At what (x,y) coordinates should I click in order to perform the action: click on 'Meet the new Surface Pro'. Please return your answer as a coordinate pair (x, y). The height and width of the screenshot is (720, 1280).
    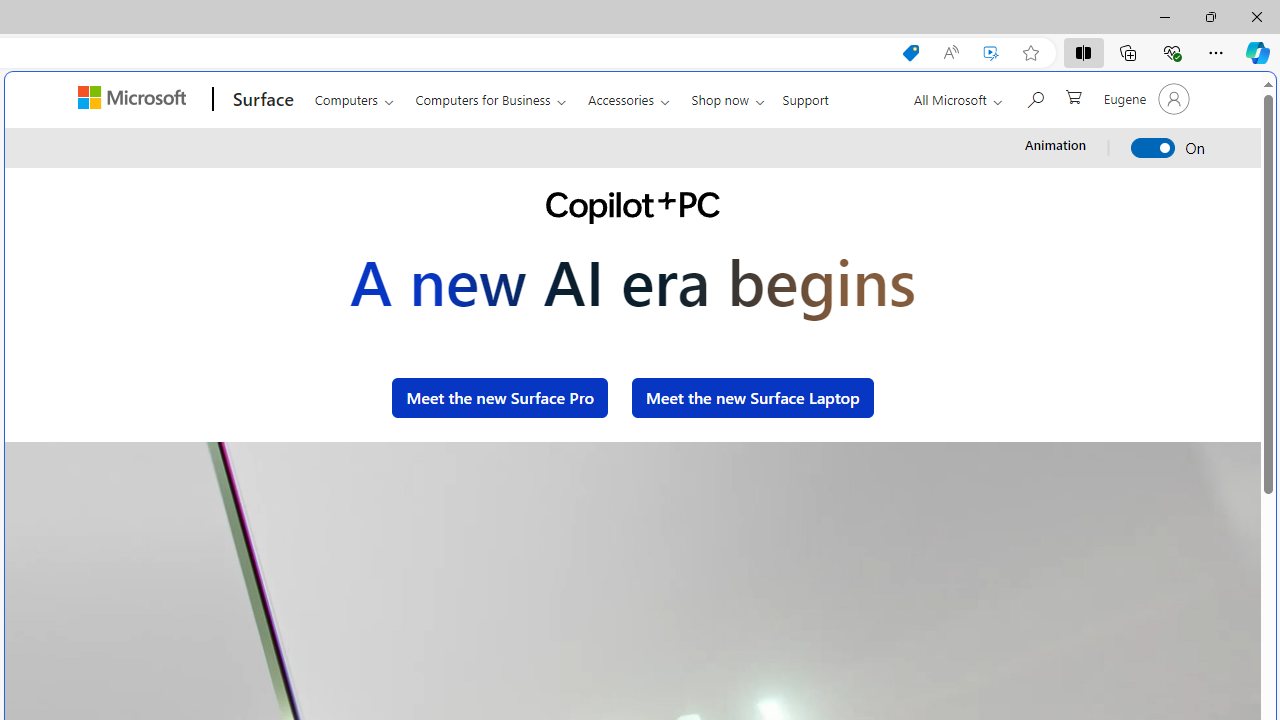
    Looking at the image, I should click on (499, 397).